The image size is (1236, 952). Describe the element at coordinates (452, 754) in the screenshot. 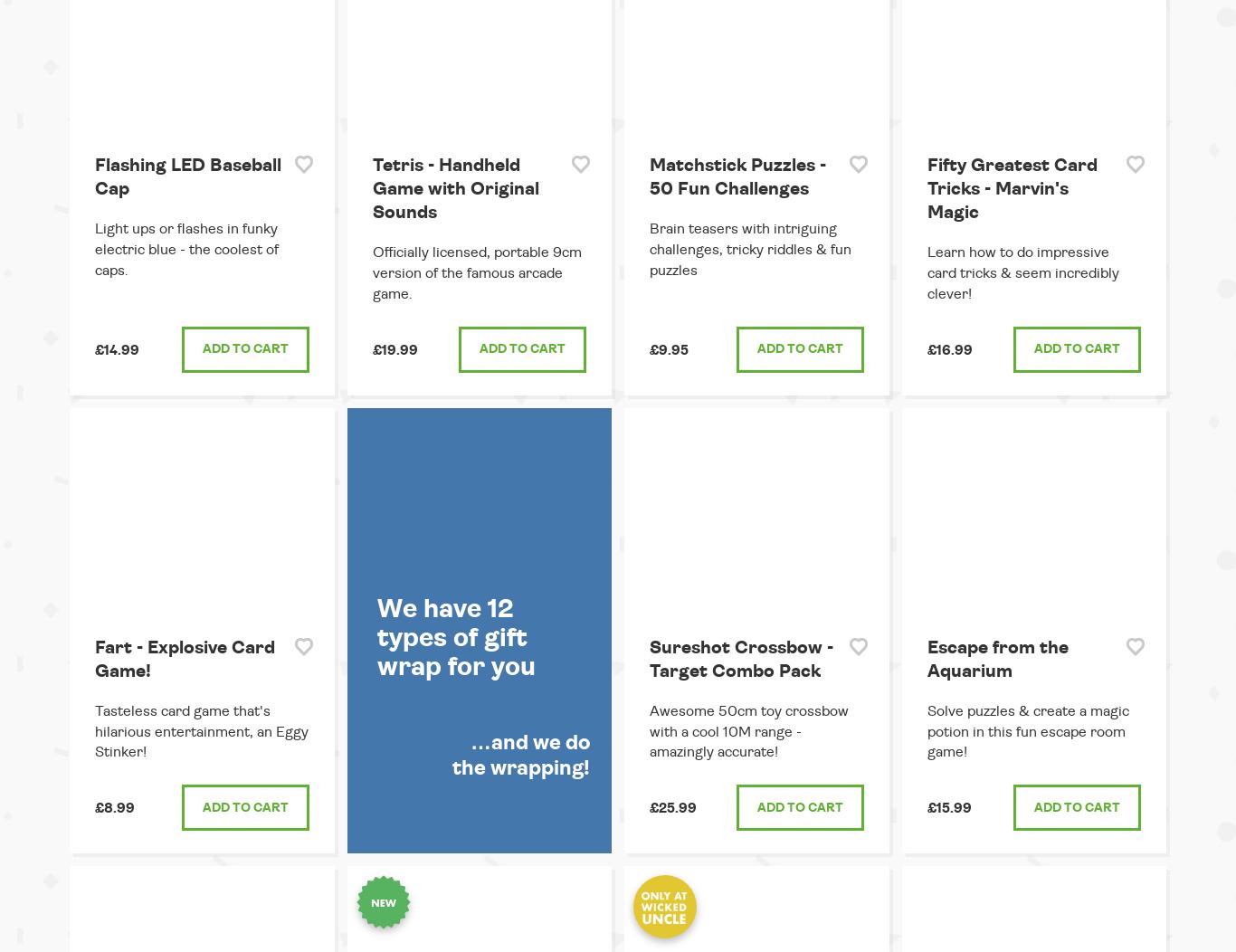

I see `'…and we do the wrapping!'` at that location.